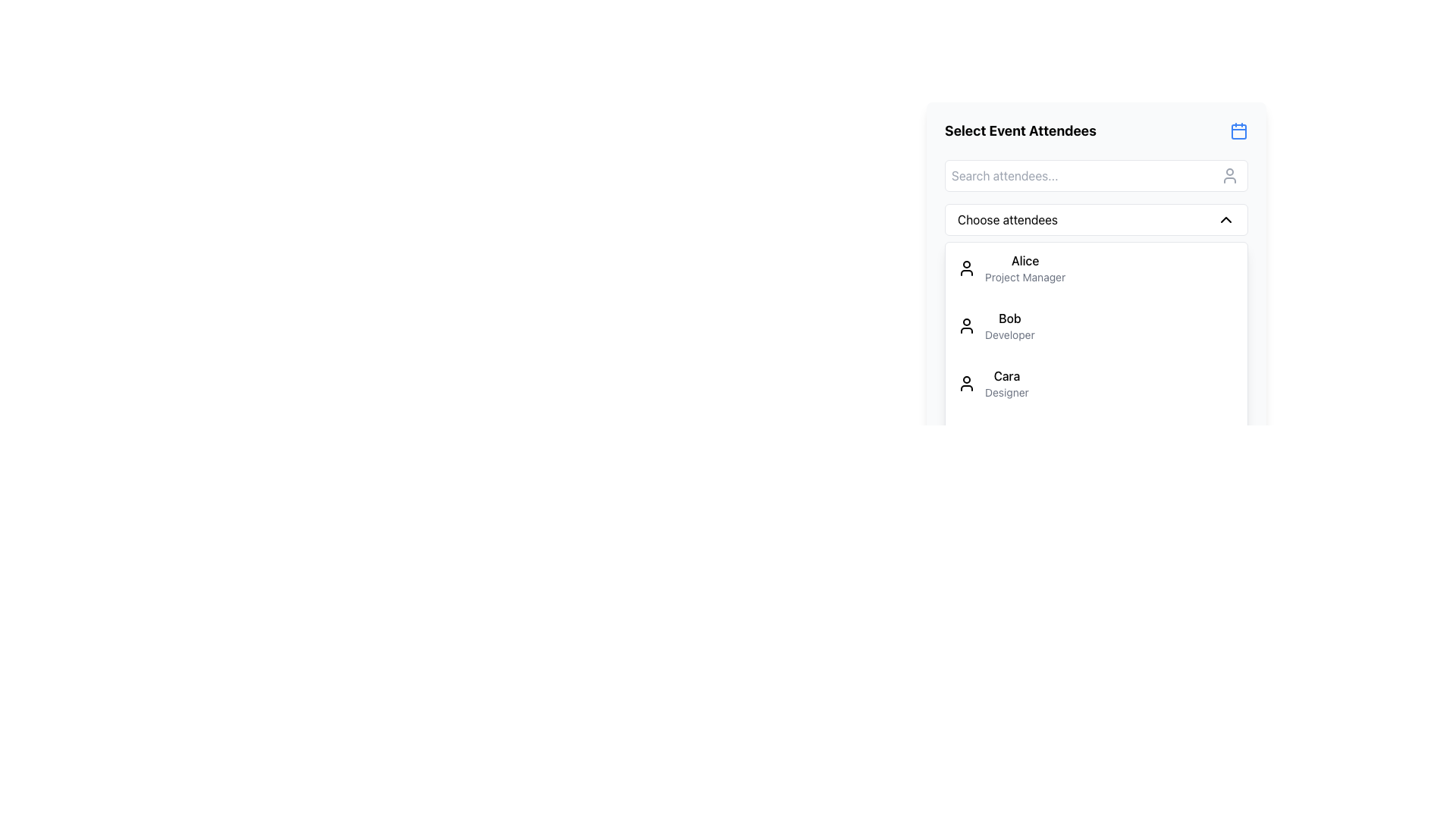 The image size is (1456, 819). I want to click on on the text element displaying the first name 'Cara' in the list of attendees, so click(1006, 375).